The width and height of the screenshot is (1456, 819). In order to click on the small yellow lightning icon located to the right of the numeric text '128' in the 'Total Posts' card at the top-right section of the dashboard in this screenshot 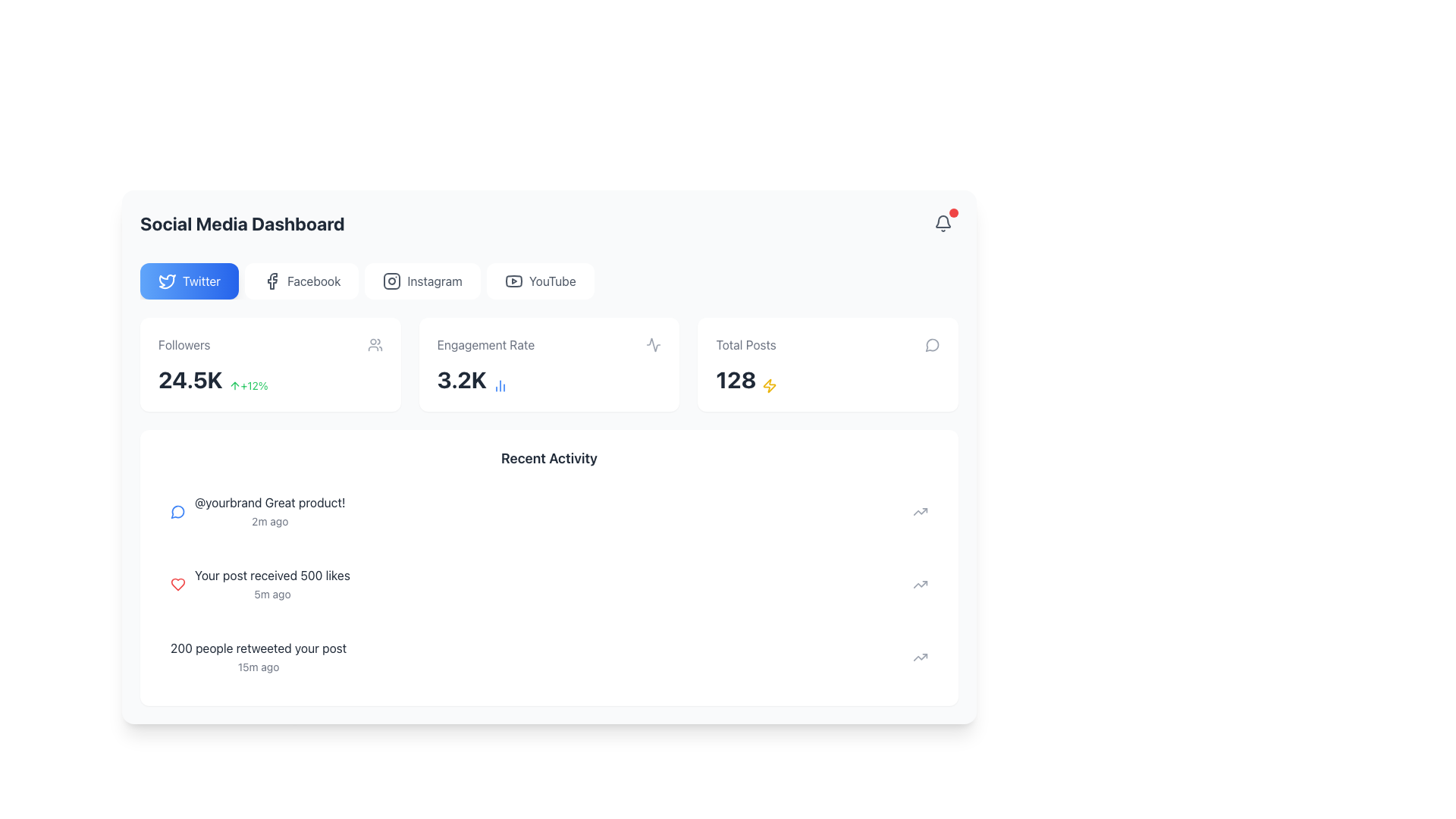, I will do `click(770, 385)`.